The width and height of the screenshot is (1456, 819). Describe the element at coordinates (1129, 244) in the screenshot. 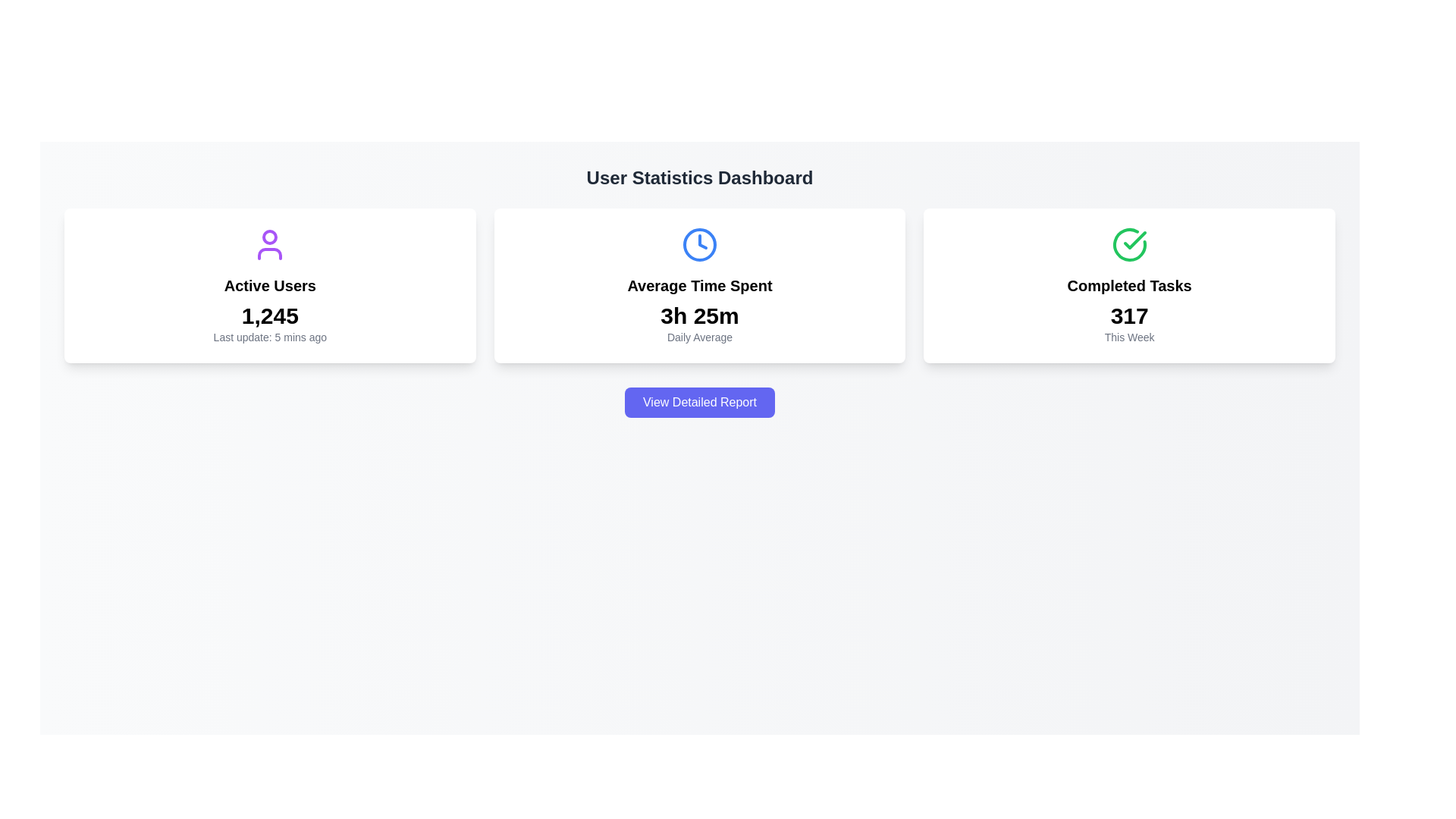

I see `the completion icon located at the top-center of the 'Completed Tasks' section, which indicates the completion of tasks` at that location.